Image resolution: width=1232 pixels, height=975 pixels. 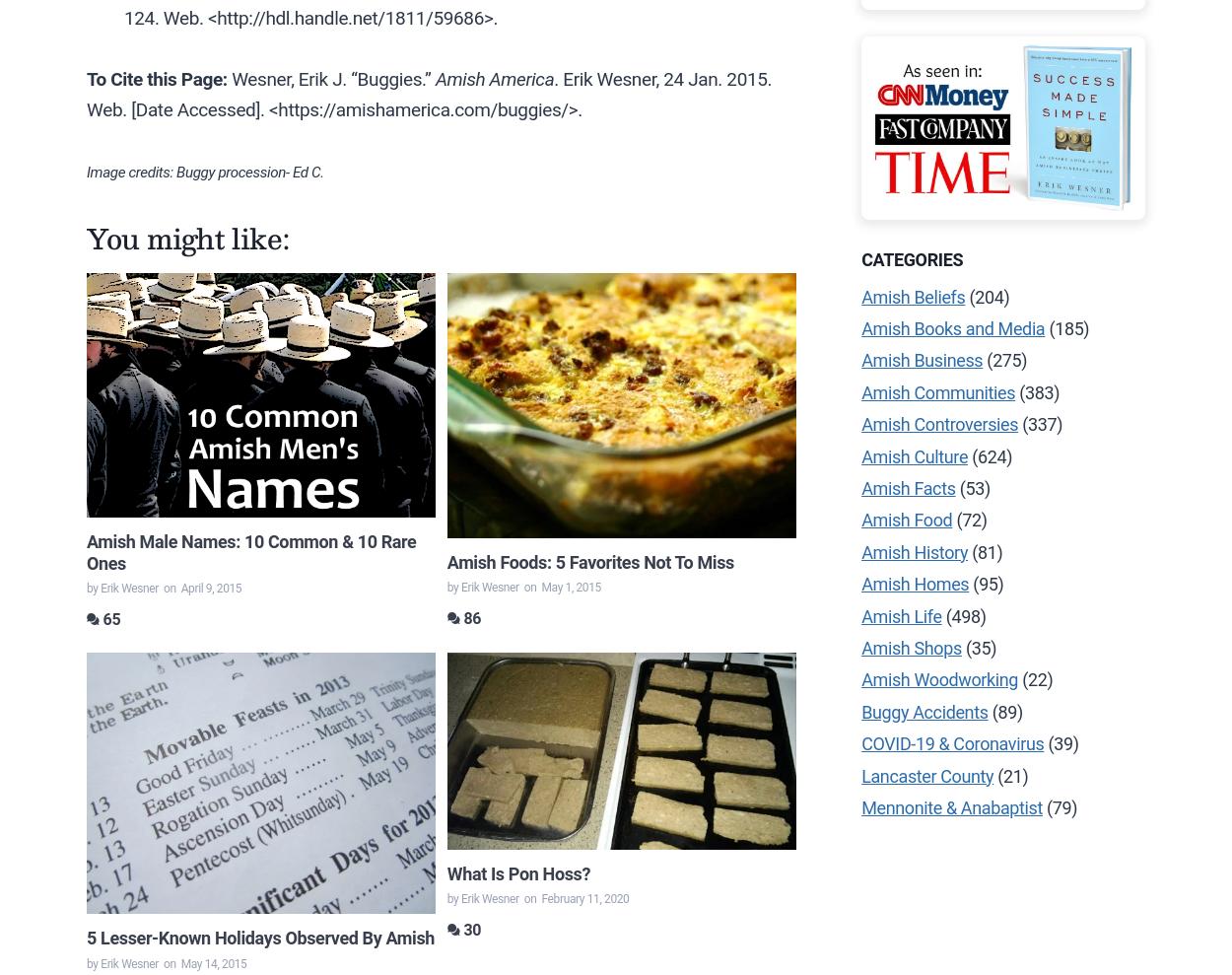 I want to click on 'Mennonite & Anabaptist', so click(x=951, y=805).